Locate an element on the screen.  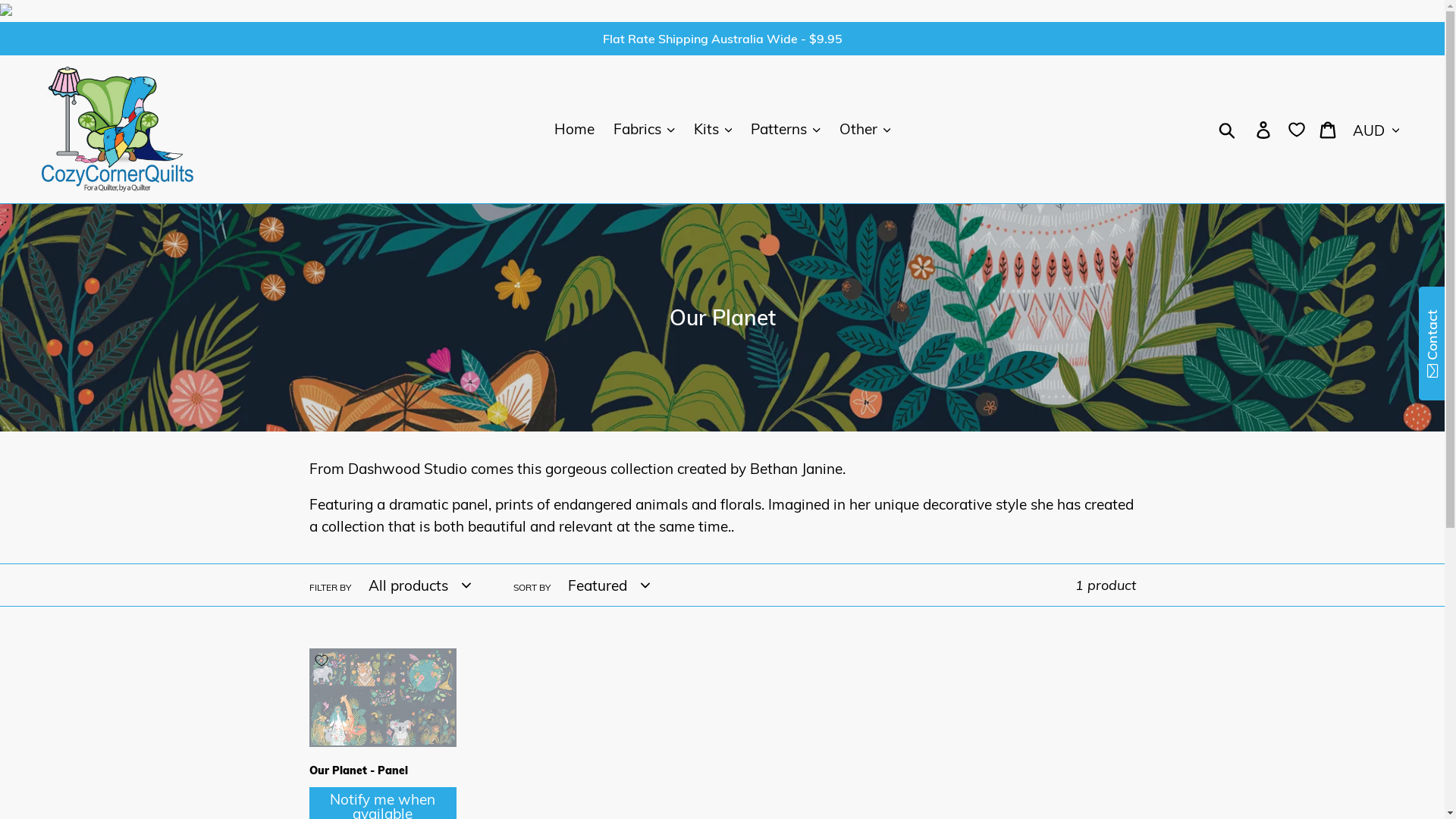
'Home' is located at coordinates (573, 128).